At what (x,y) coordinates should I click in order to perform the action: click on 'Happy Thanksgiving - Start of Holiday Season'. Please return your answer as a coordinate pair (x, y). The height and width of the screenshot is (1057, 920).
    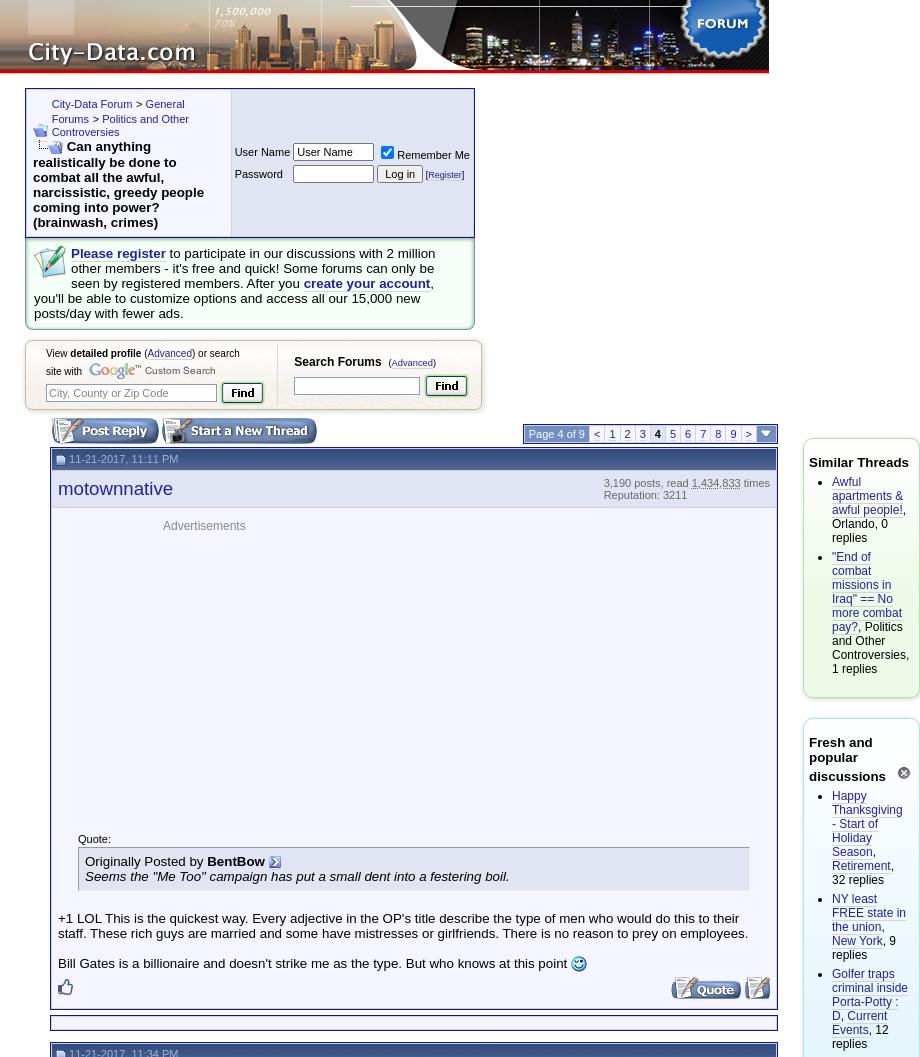
    Looking at the image, I should click on (866, 822).